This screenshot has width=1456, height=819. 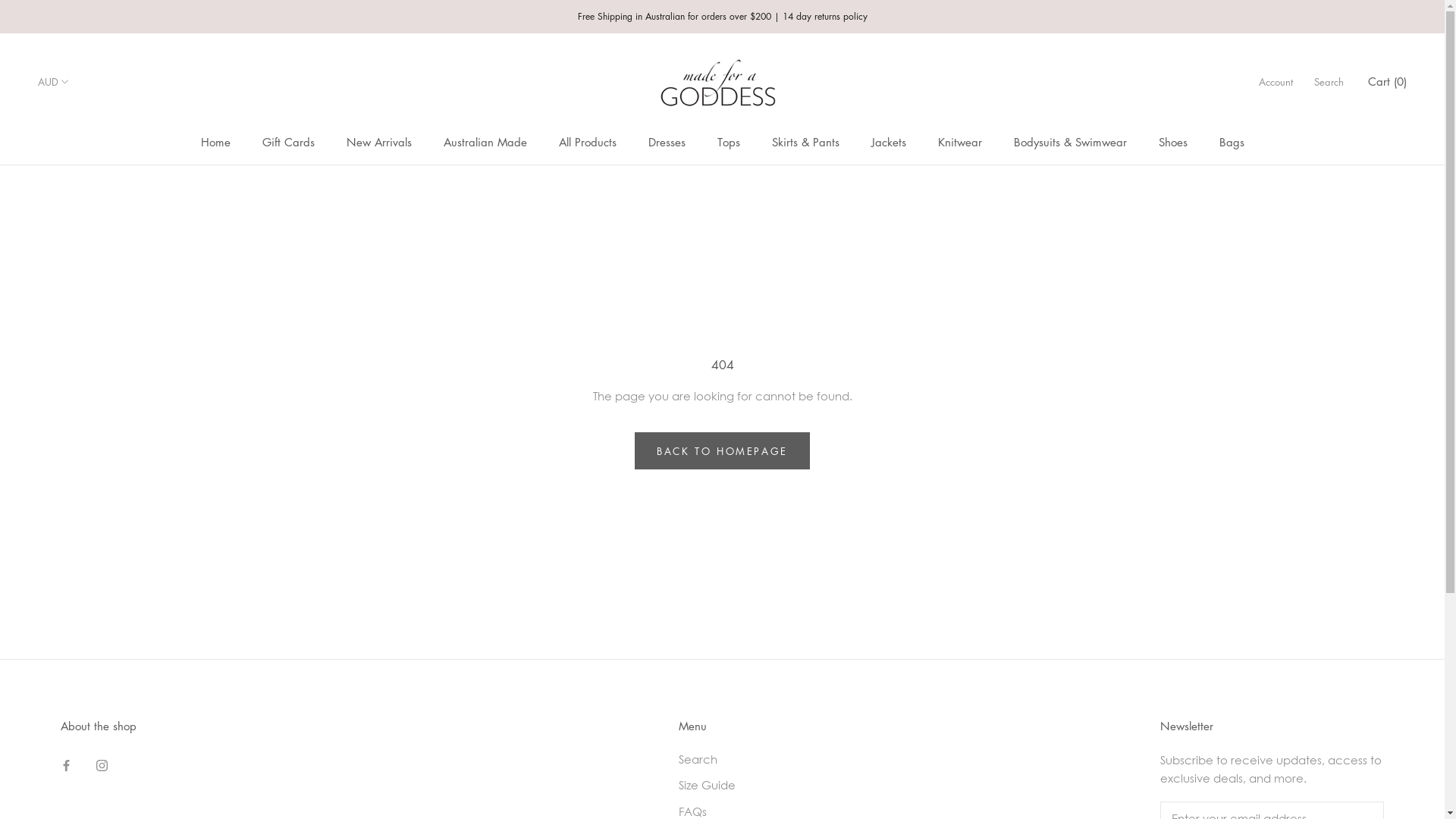 I want to click on 'Bags, so click(x=1232, y=141).